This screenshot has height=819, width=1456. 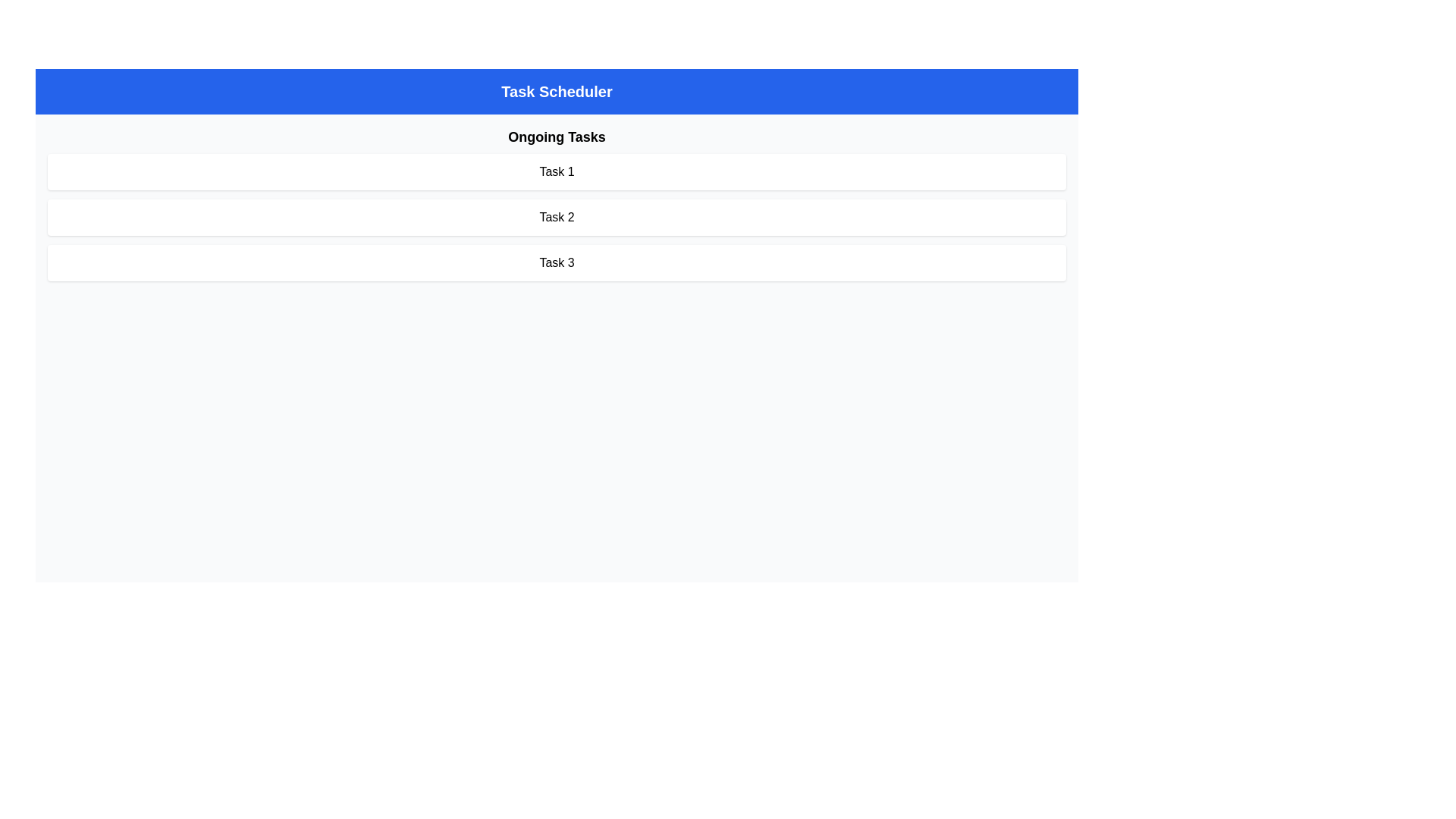 I want to click on the 'Task Scheduler' text label that serves as the header for the interface, located in the blue banner near the top of the page, so click(x=556, y=91).